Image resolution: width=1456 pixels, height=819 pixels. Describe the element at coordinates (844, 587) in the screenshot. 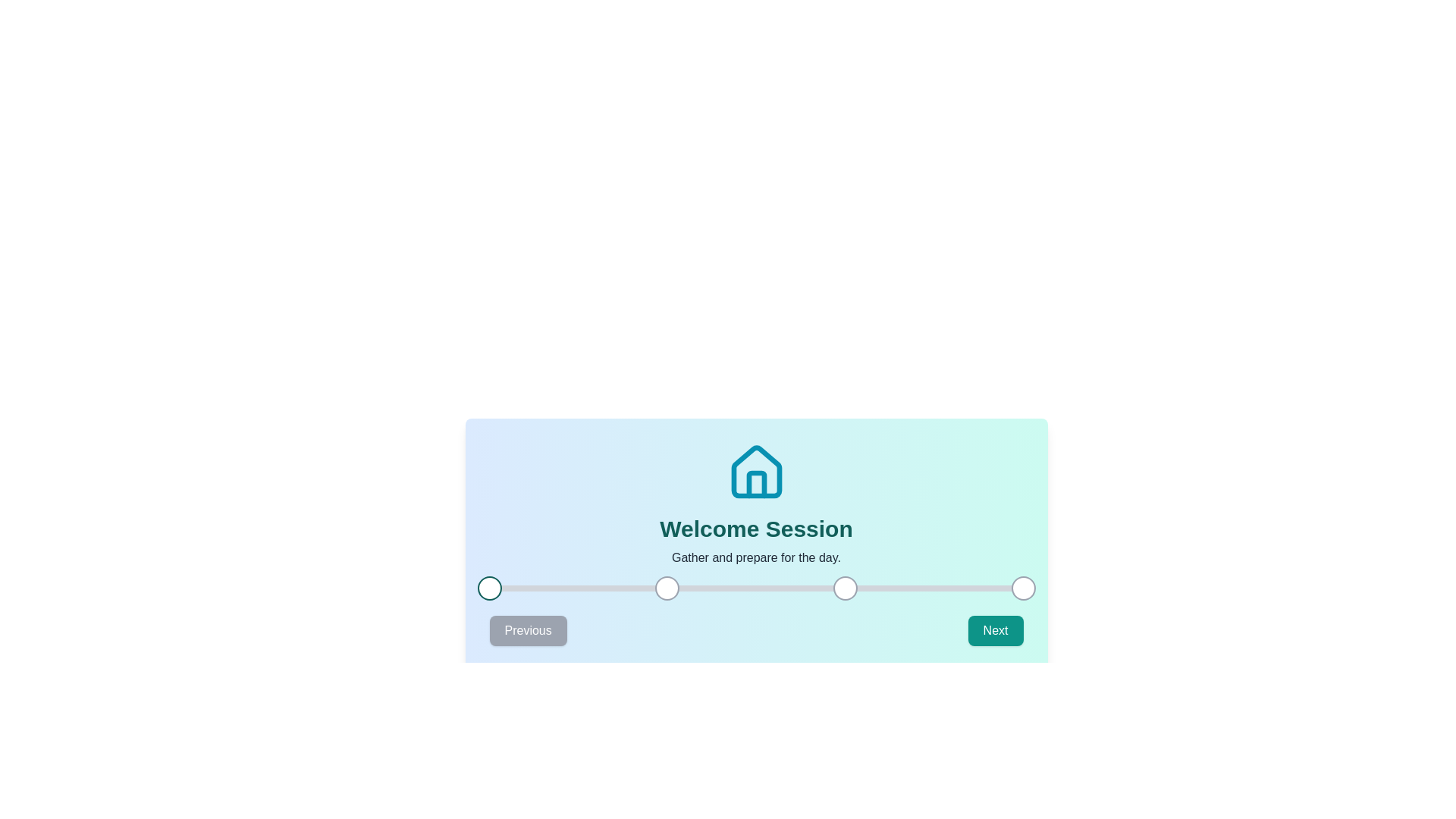

I see `the progress indicator corresponding to step 3` at that location.